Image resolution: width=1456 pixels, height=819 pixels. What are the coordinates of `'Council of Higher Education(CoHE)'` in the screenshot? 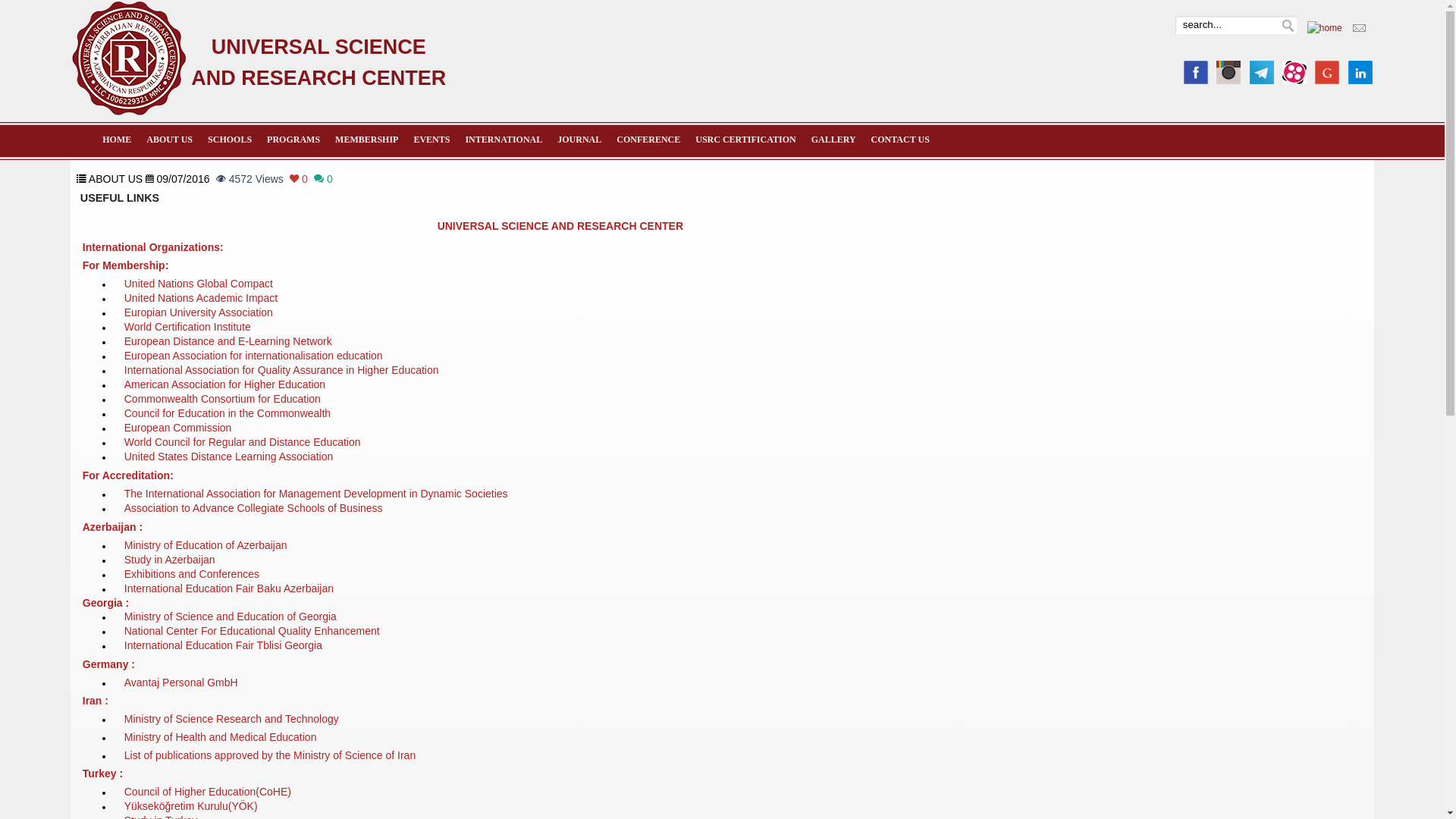 It's located at (206, 791).